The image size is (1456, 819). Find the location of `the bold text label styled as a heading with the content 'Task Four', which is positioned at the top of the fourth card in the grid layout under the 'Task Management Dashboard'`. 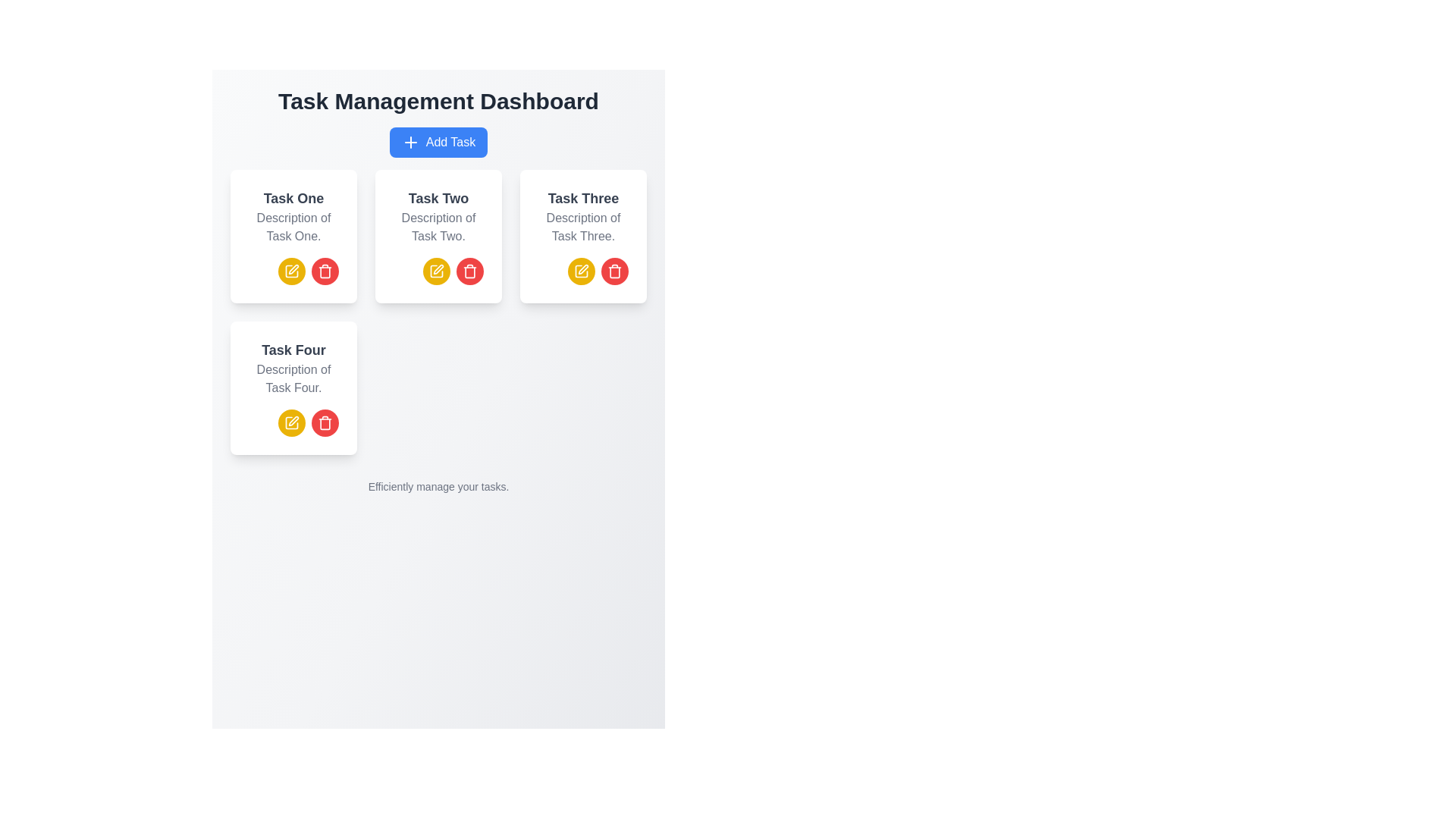

the bold text label styled as a heading with the content 'Task Four', which is positioned at the top of the fourth card in the grid layout under the 'Task Management Dashboard' is located at coordinates (293, 350).